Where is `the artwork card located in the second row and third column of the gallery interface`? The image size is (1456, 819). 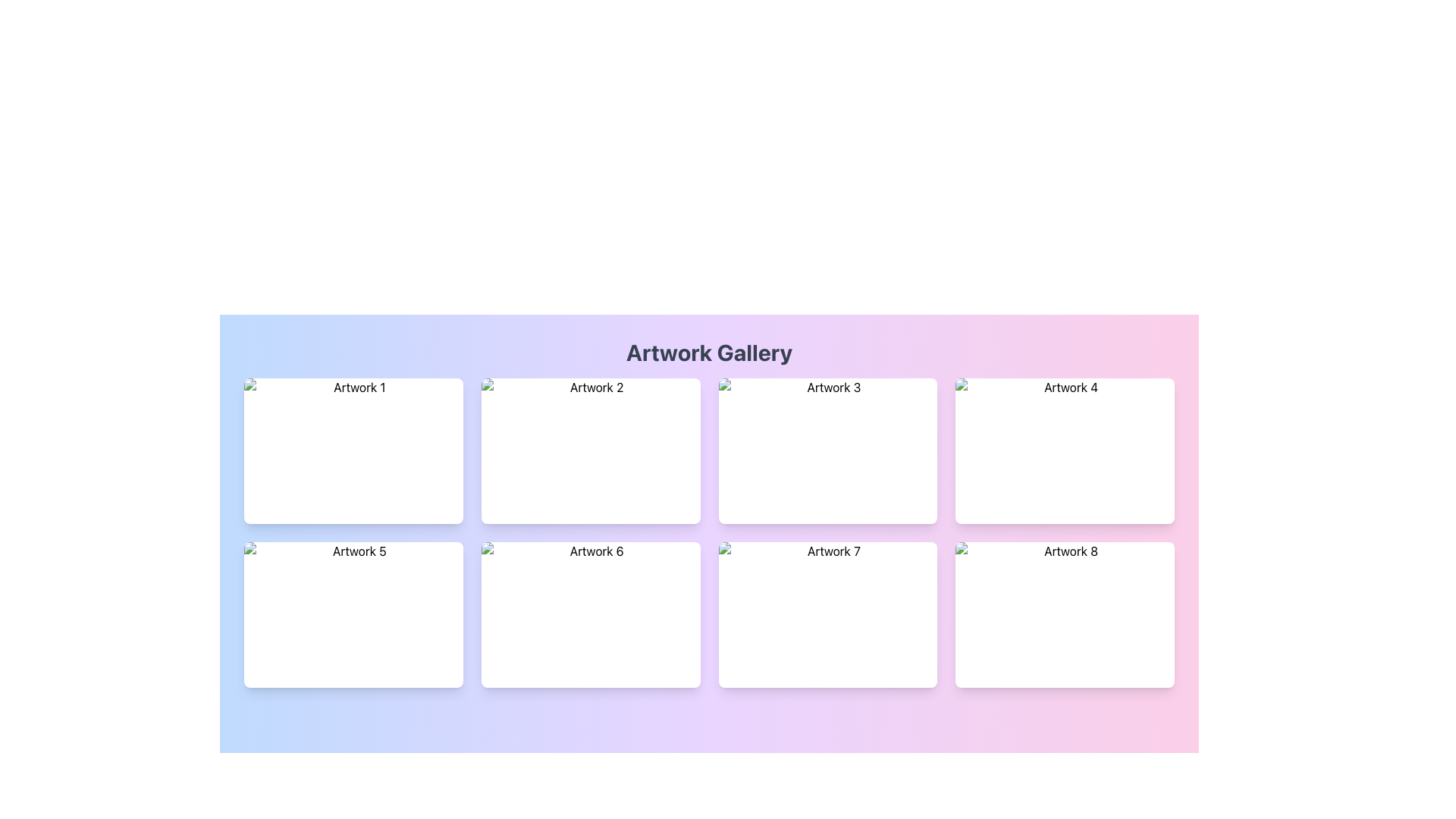 the artwork card located in the second row and third column of the gallery interface is located at coordinates (827, 614).